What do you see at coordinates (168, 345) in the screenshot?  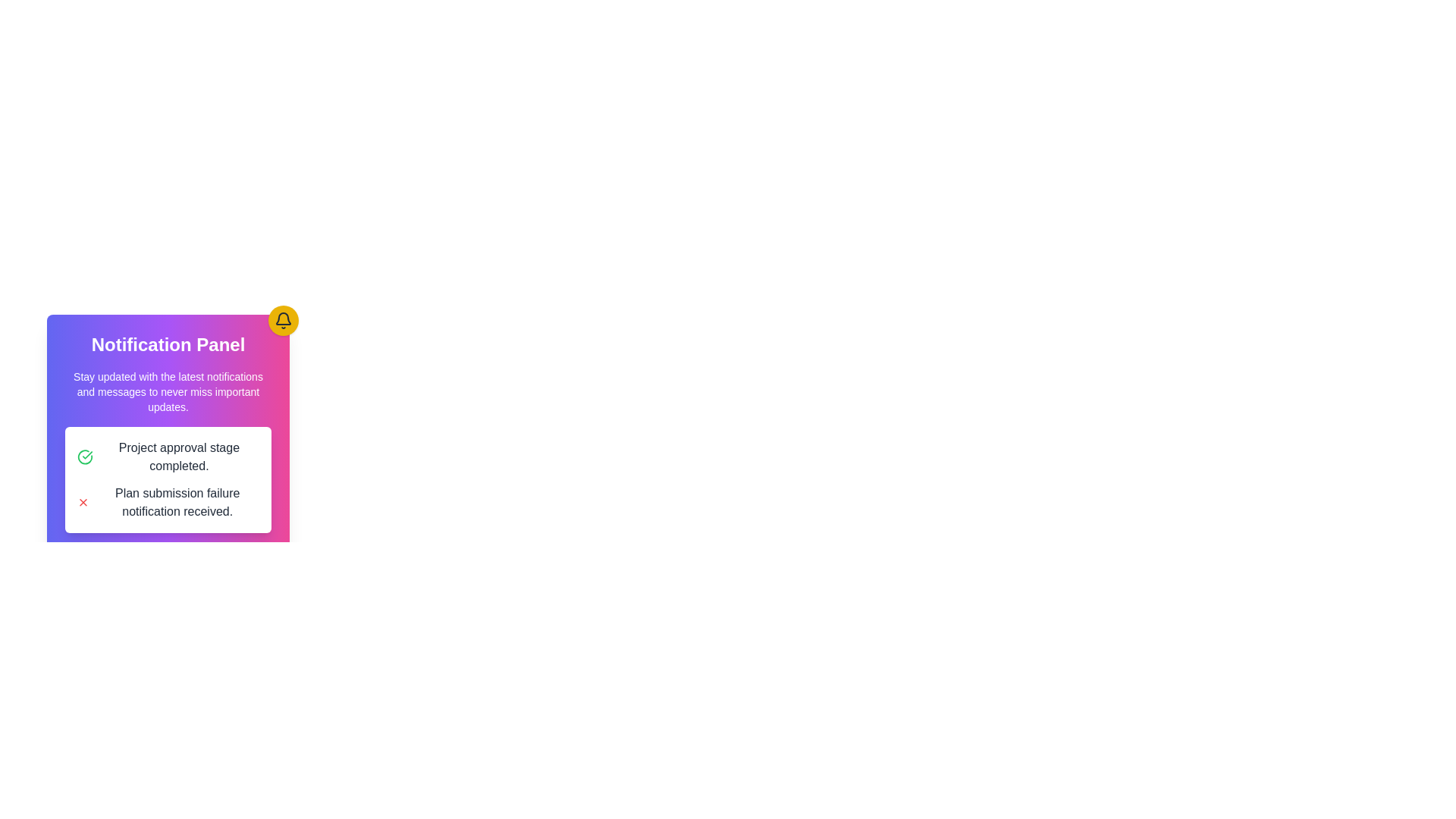 I see `the 'Notification Panel' section header, which is styled in bold and large font, located at the top of the gradient-filled notification card` at bounding box center [168, 345].